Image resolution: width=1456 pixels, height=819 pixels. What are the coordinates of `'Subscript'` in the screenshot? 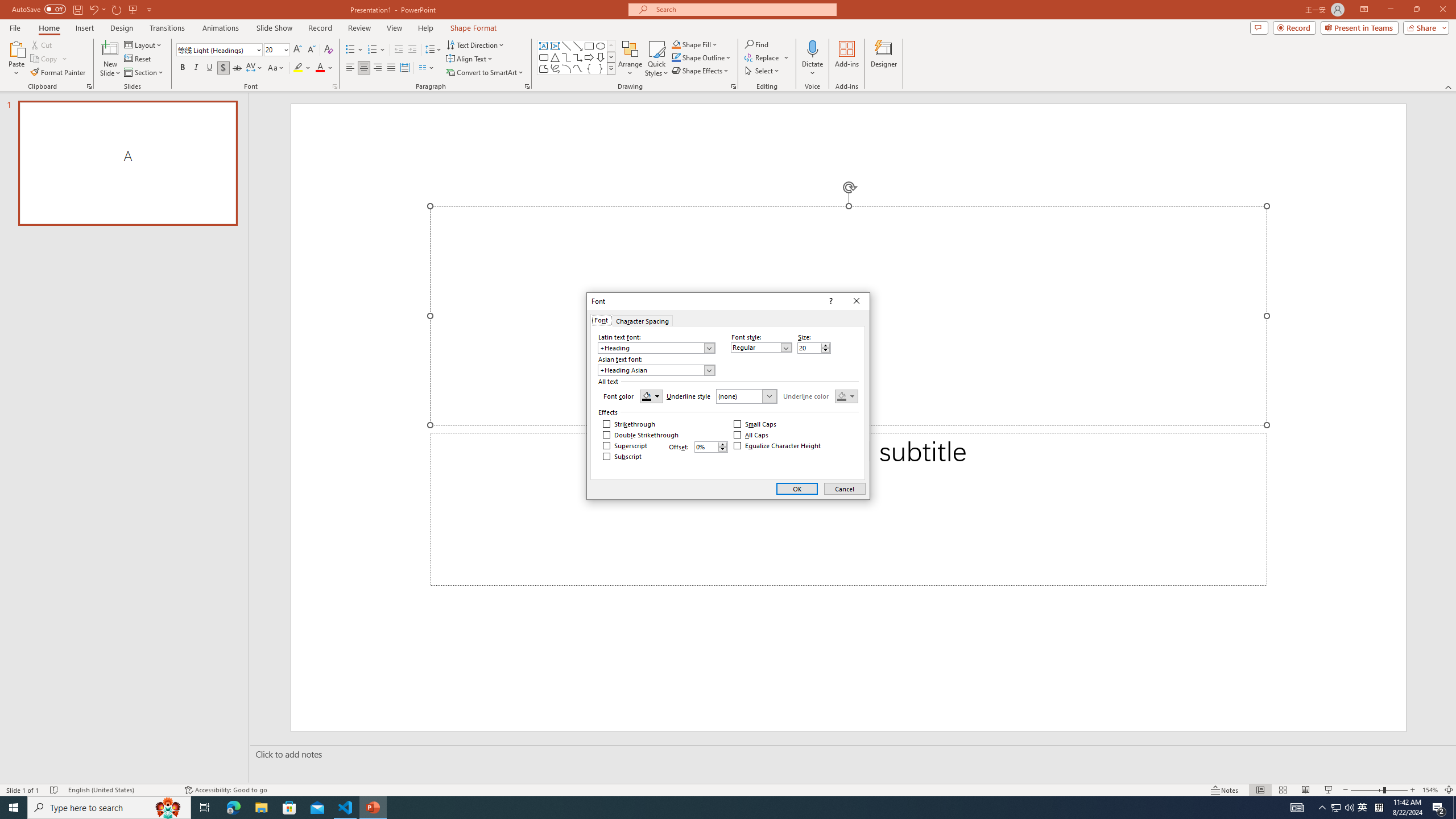 It's located at (622, 456).